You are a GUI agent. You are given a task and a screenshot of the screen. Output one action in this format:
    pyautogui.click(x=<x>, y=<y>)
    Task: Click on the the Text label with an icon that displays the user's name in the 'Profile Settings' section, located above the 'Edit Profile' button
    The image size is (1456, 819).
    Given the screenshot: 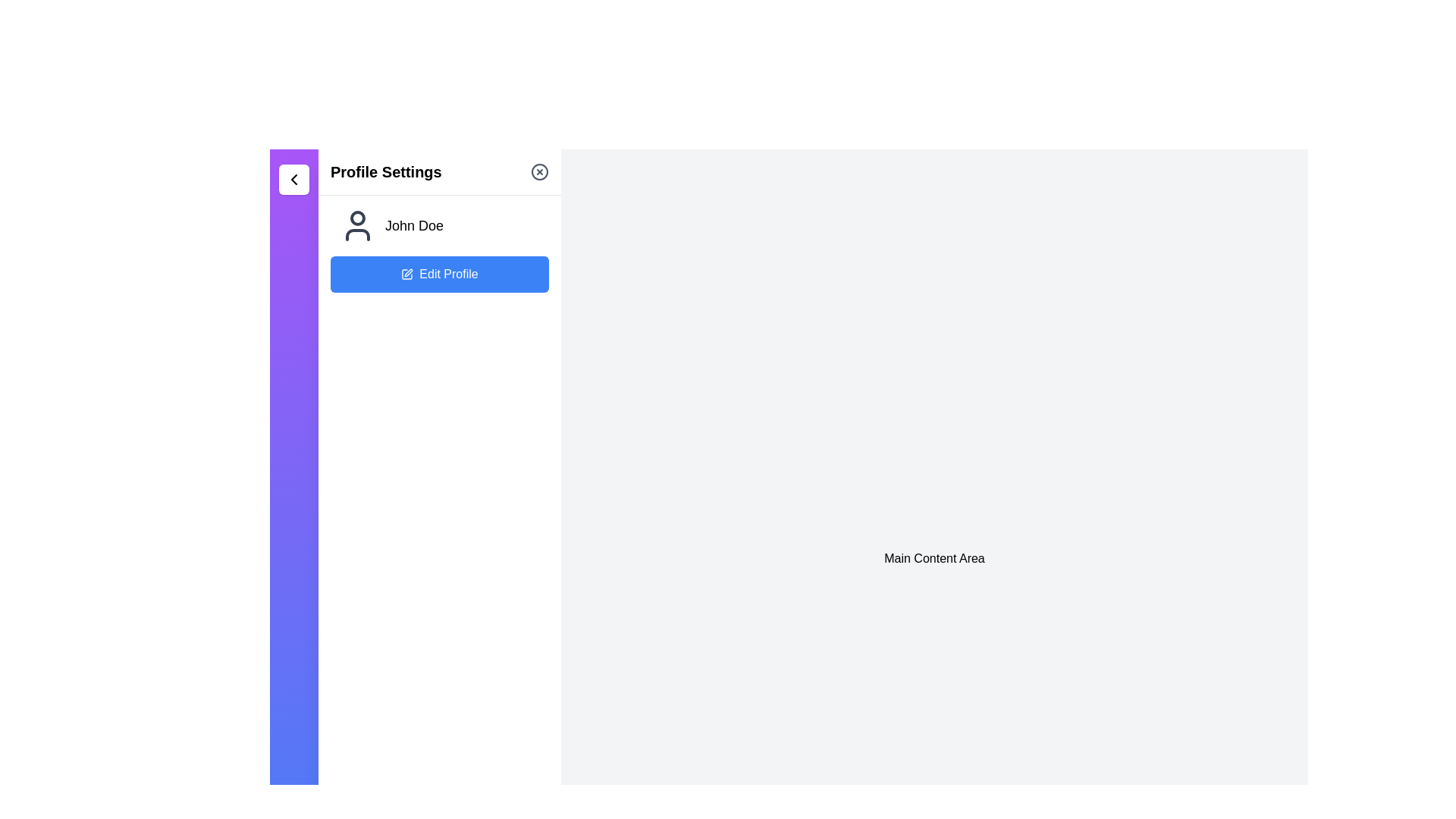 What is the action you would take?
    pyautogui.click(x=439, y=225)
    